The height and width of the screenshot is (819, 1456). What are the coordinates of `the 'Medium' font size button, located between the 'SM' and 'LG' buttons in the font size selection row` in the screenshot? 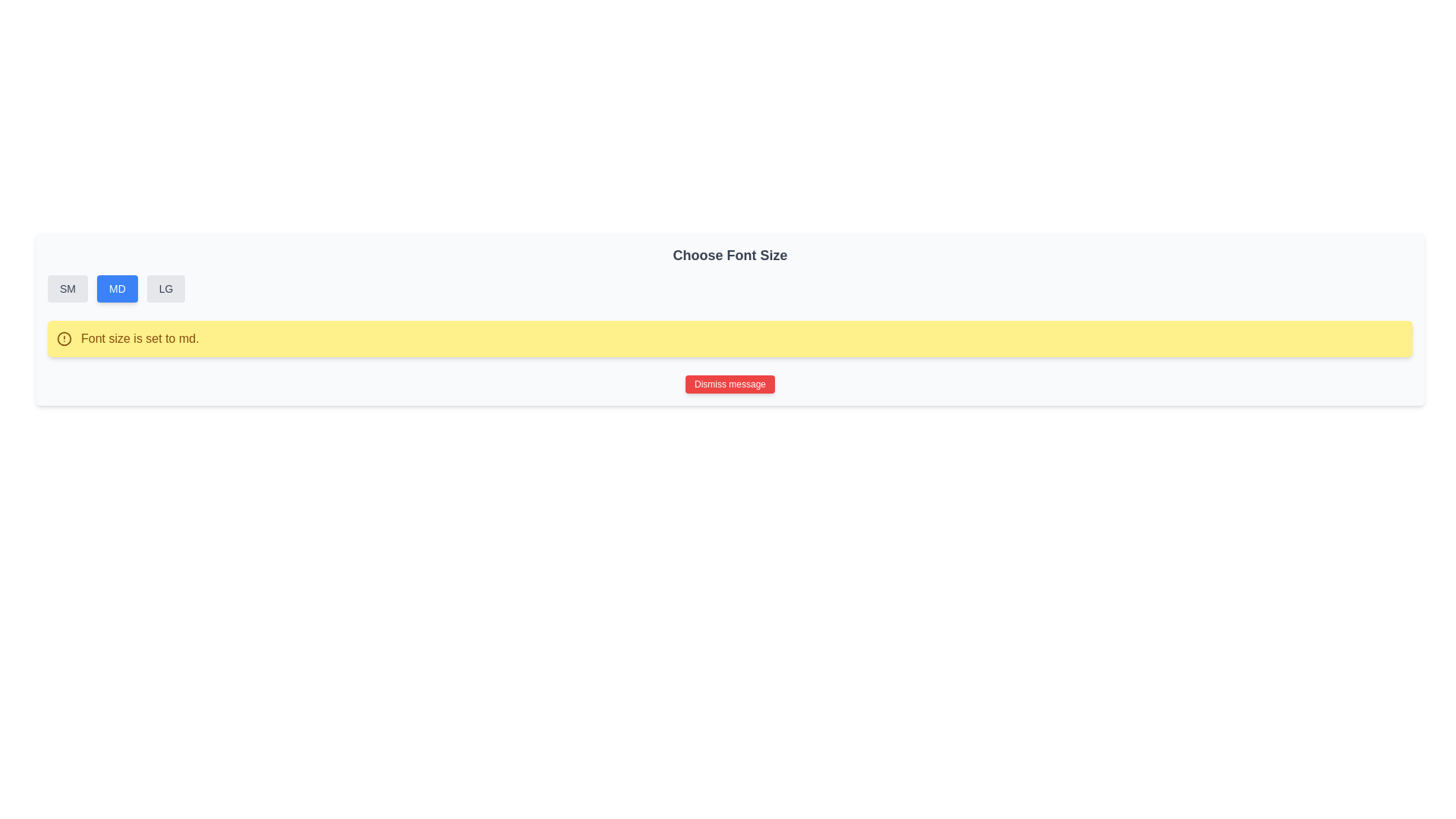 It's located at (116, 289).